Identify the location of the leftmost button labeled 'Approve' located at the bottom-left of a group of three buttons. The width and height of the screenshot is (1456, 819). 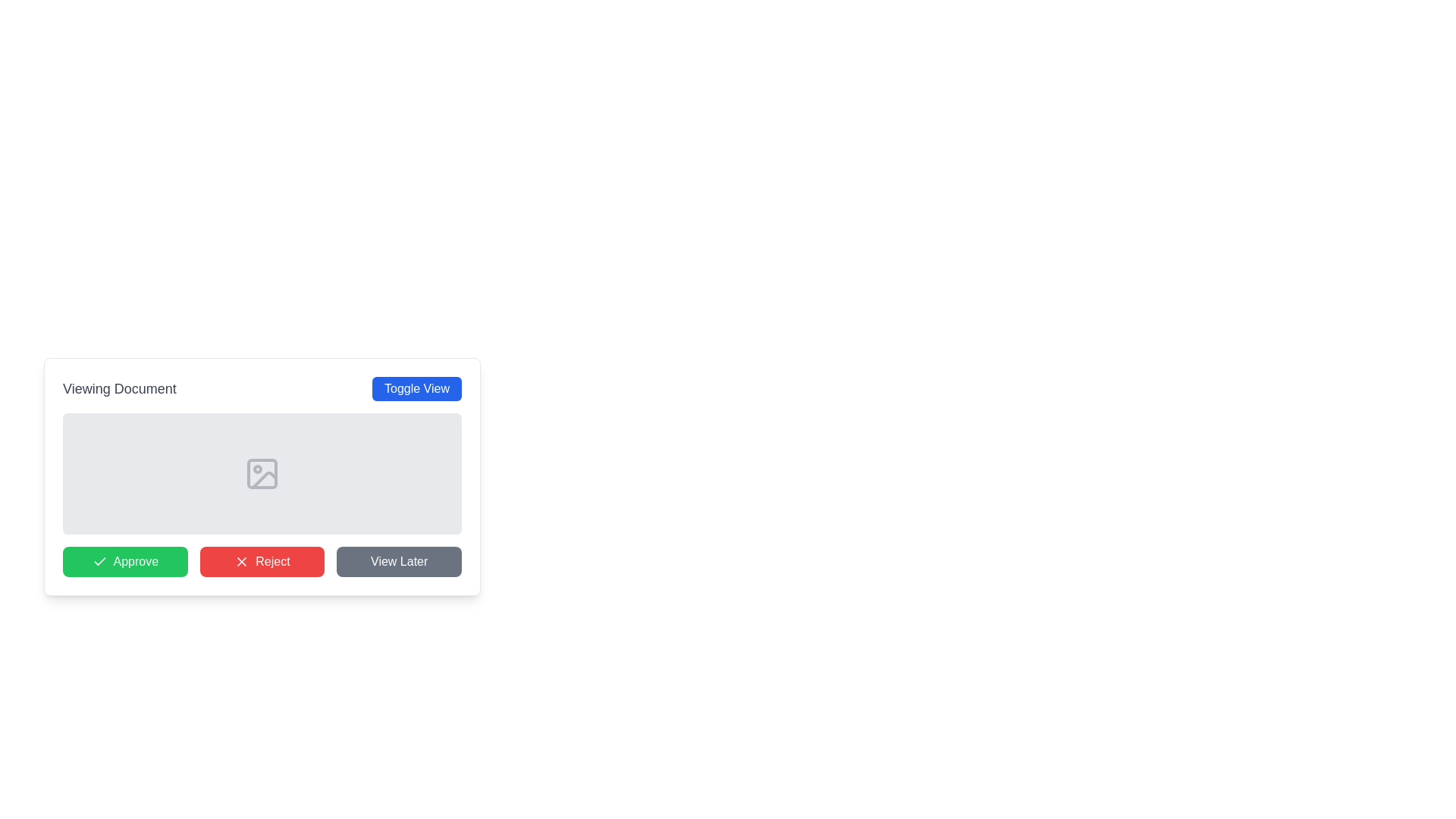
(125, 561).